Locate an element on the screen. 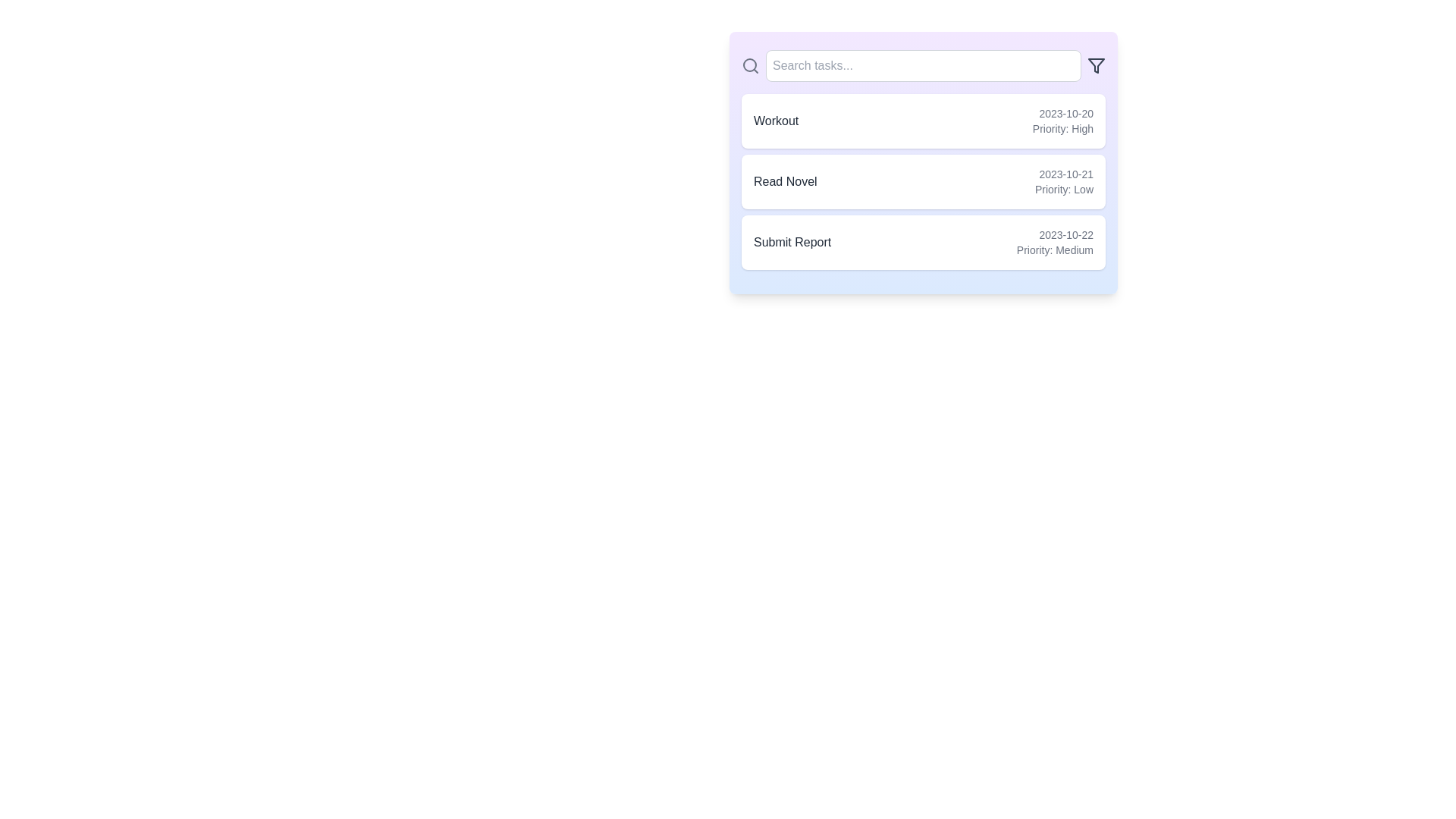  the task item Workout to observe its hover effects is located at coordinates (923, 120).